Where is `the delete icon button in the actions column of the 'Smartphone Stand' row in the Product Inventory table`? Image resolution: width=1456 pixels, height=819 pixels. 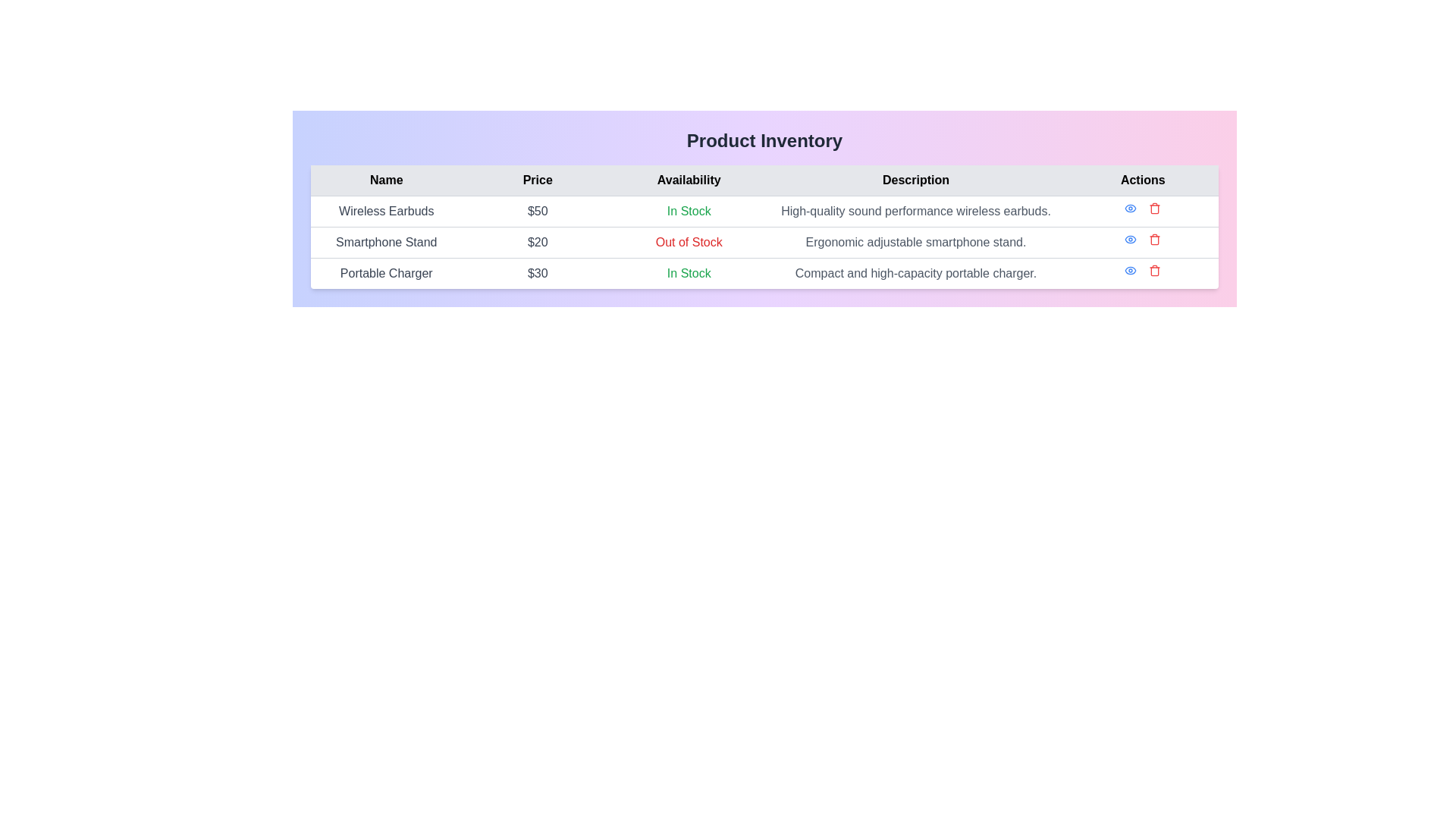
the delete icon button in the actions column of the 'Smartphone Stand' row in the Product Inventory table is located at coordinates (1154, 239).